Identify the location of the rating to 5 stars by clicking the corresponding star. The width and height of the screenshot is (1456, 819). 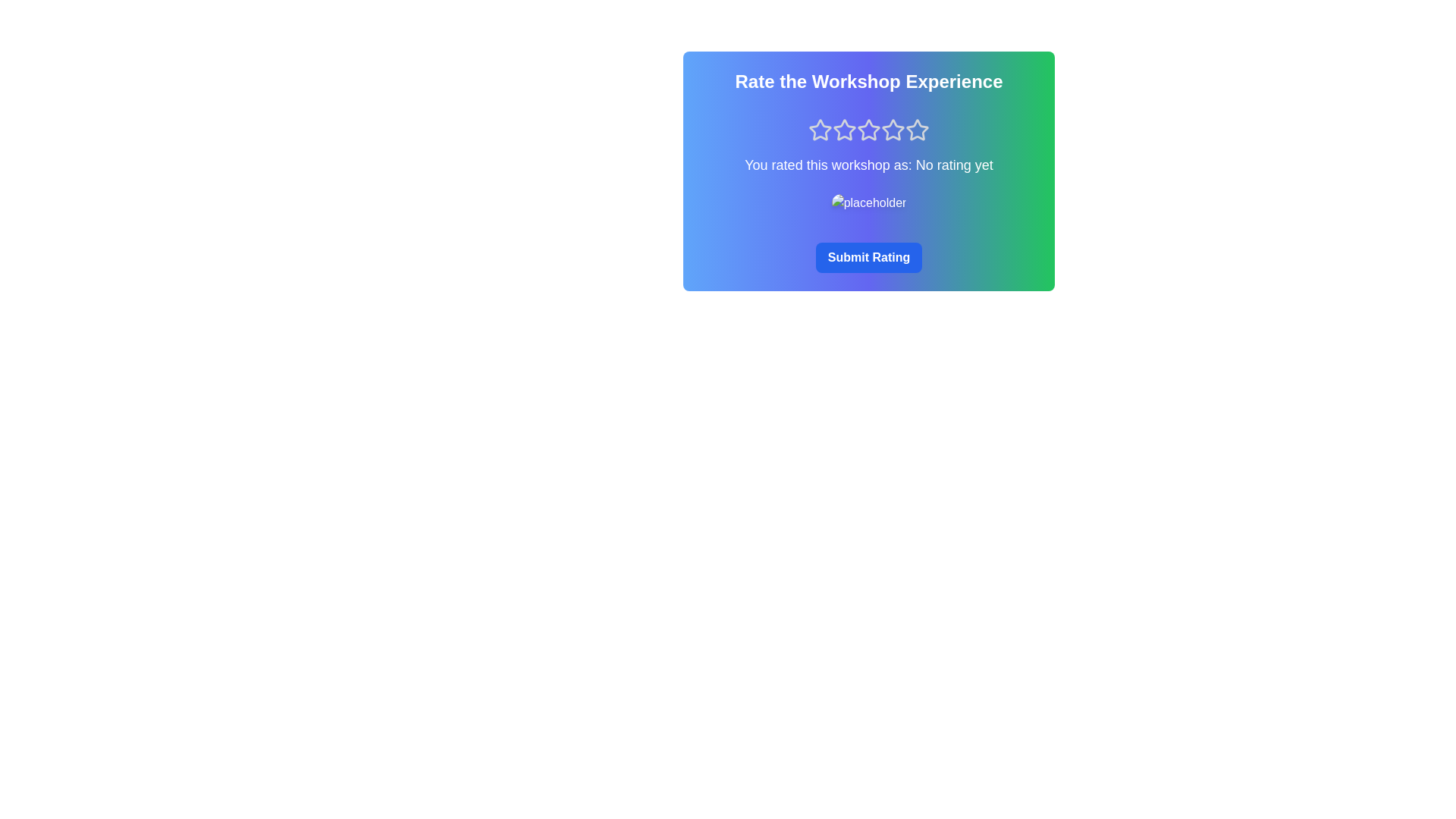
(916, 130).